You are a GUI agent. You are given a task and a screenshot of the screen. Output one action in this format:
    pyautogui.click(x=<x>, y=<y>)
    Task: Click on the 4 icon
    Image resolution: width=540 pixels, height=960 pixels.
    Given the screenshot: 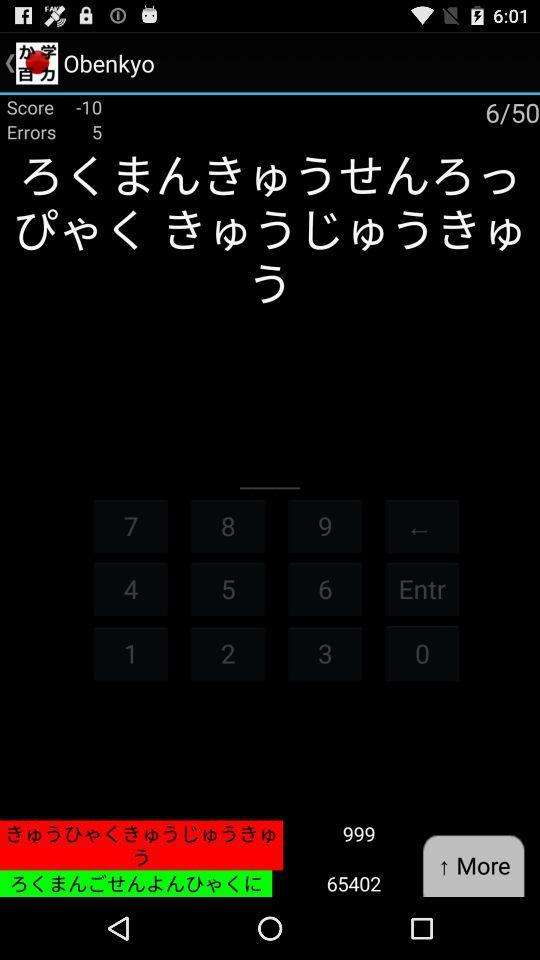 What is the action you would take?
    pyautogui.click(x=130, y=588)
    